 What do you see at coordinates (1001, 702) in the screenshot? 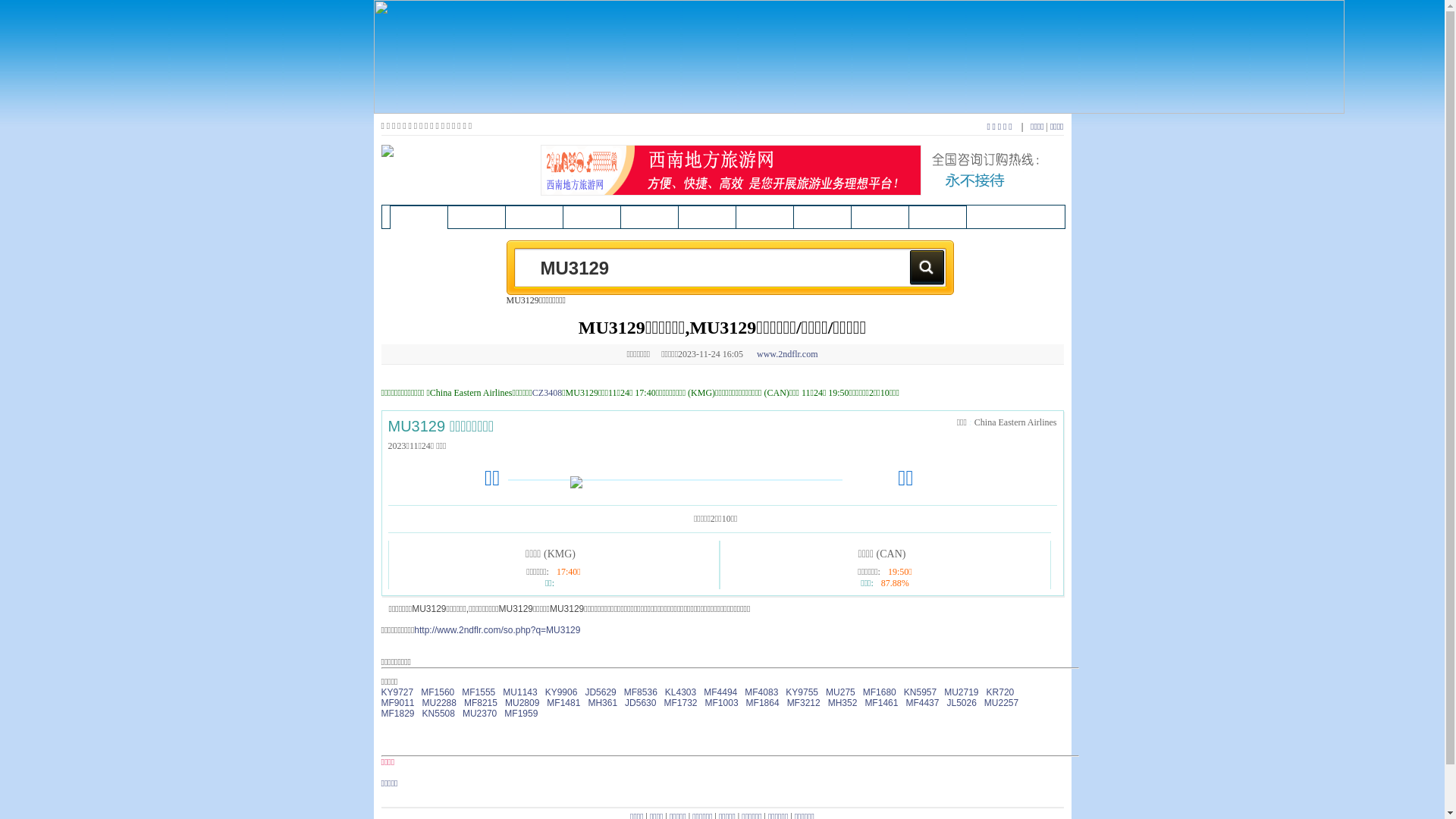
I see `'MU2257'` at bounding box center [1001, 702].